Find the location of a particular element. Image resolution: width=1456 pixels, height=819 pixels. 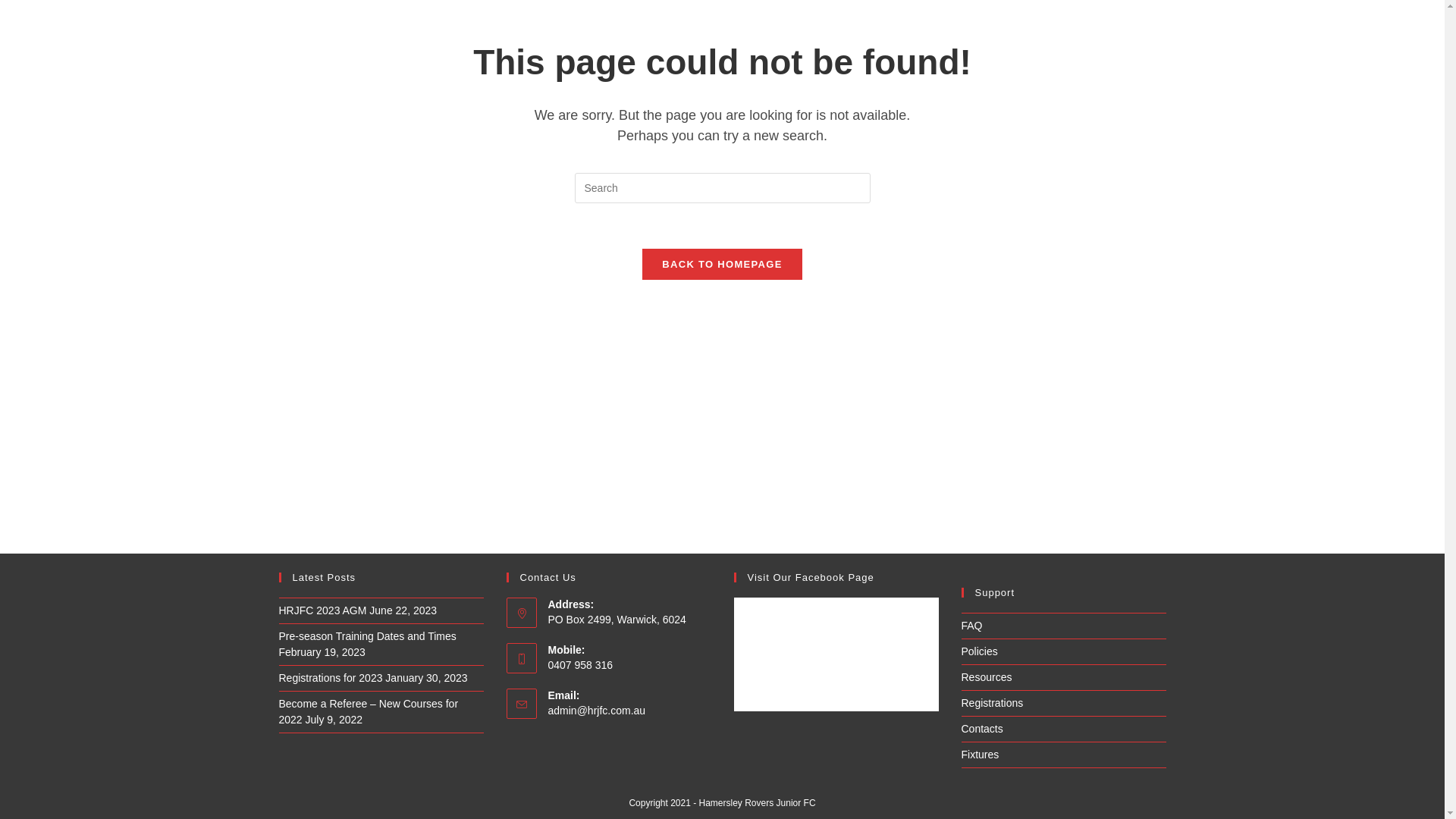

'FAQ' is located at coordinates (971, 626).